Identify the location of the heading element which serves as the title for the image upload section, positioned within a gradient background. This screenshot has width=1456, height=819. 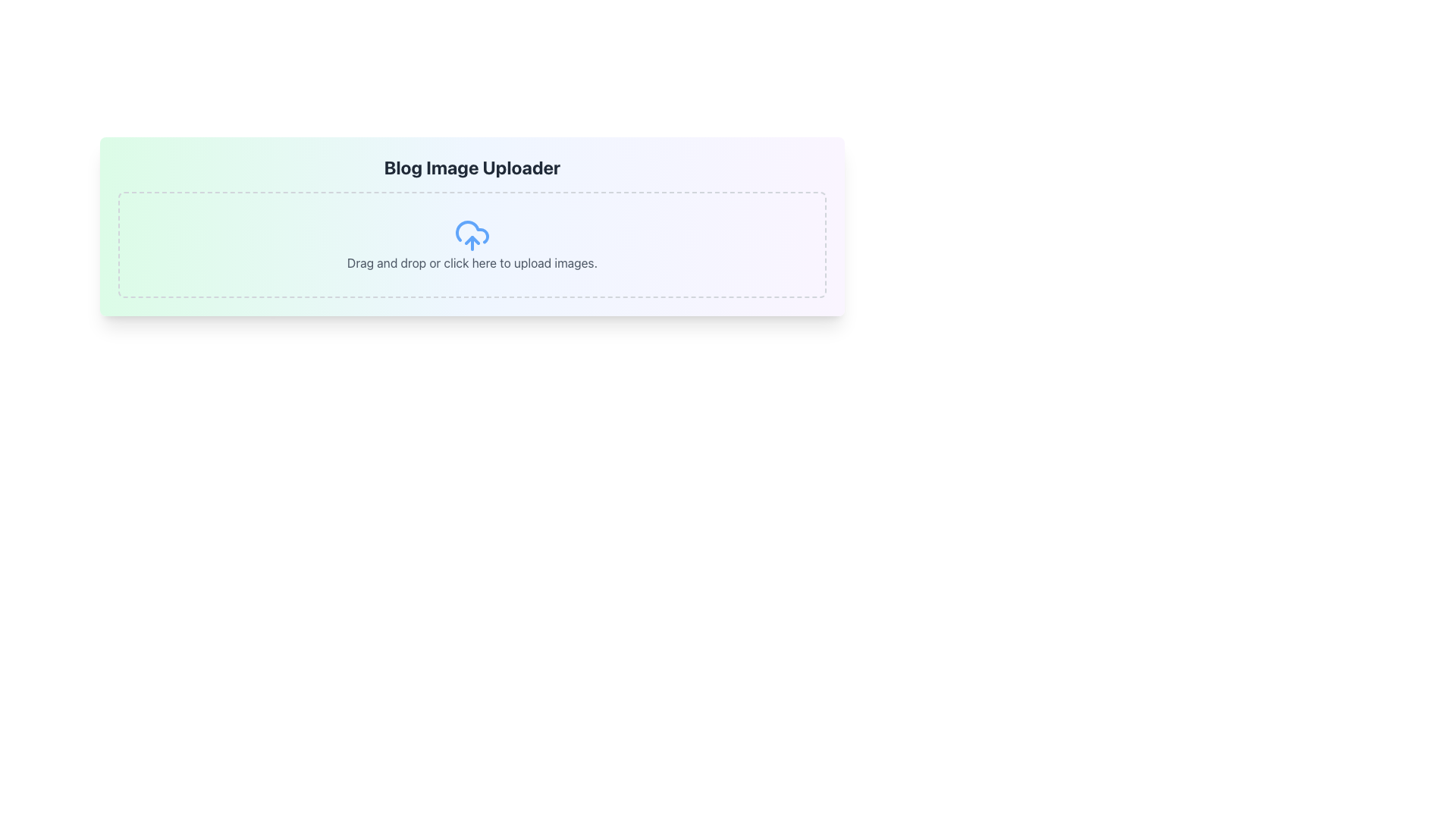
(472, 167).